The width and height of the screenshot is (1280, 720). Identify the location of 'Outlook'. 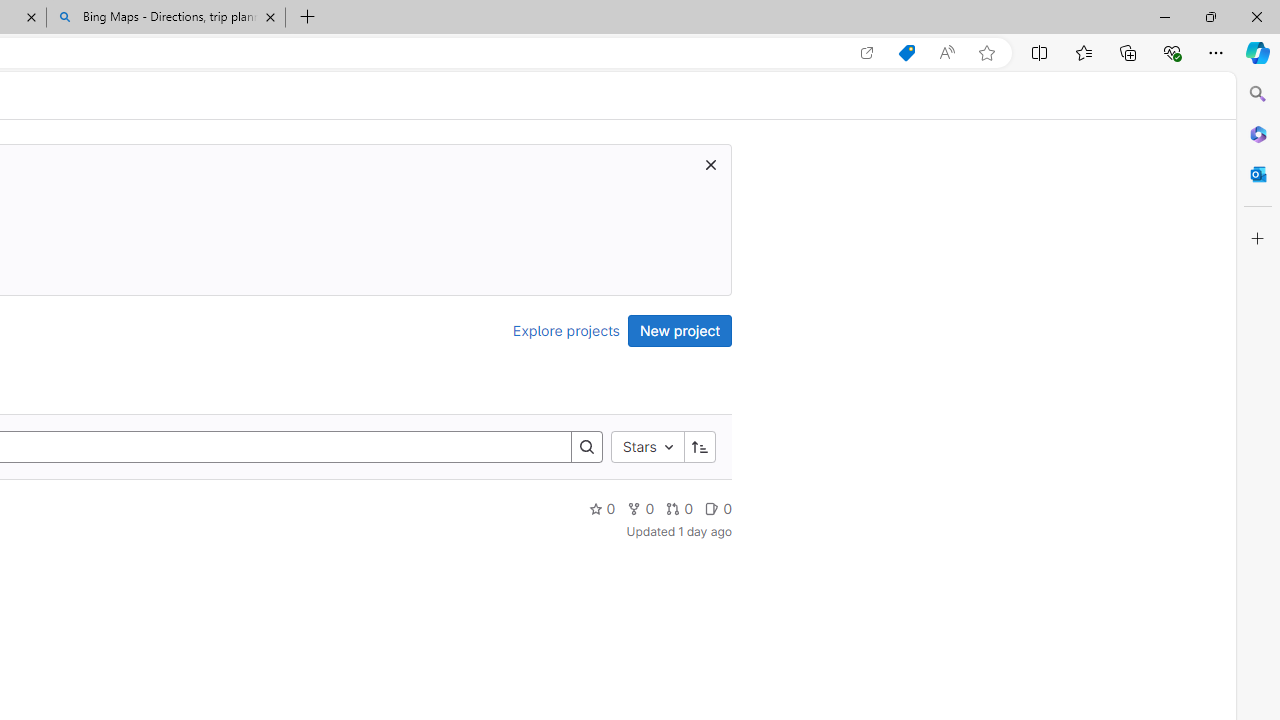
(1257, 173).